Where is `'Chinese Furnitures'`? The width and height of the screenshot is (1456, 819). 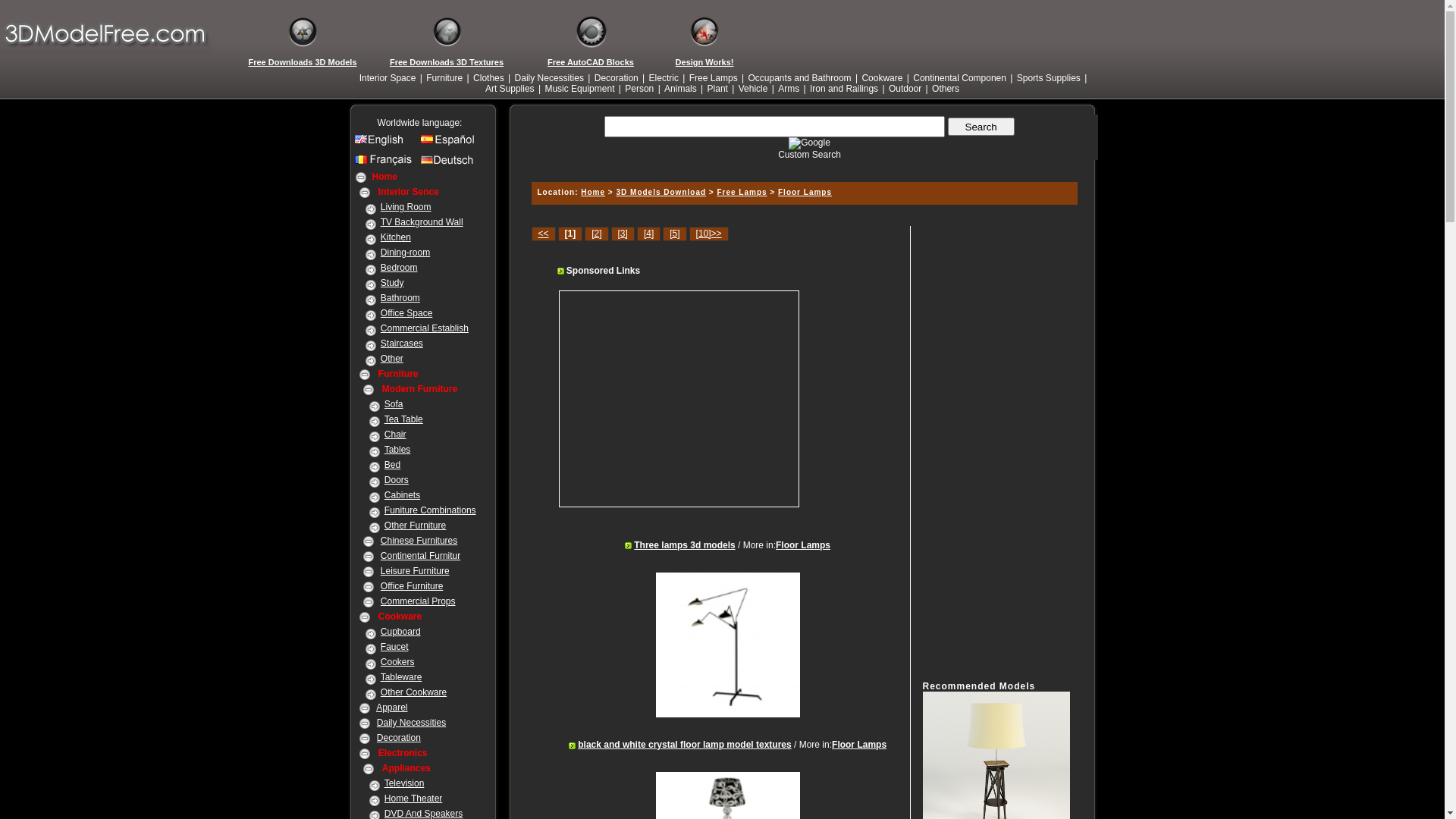
'Chinese Furnitures' is located at coordinates (419, 540).